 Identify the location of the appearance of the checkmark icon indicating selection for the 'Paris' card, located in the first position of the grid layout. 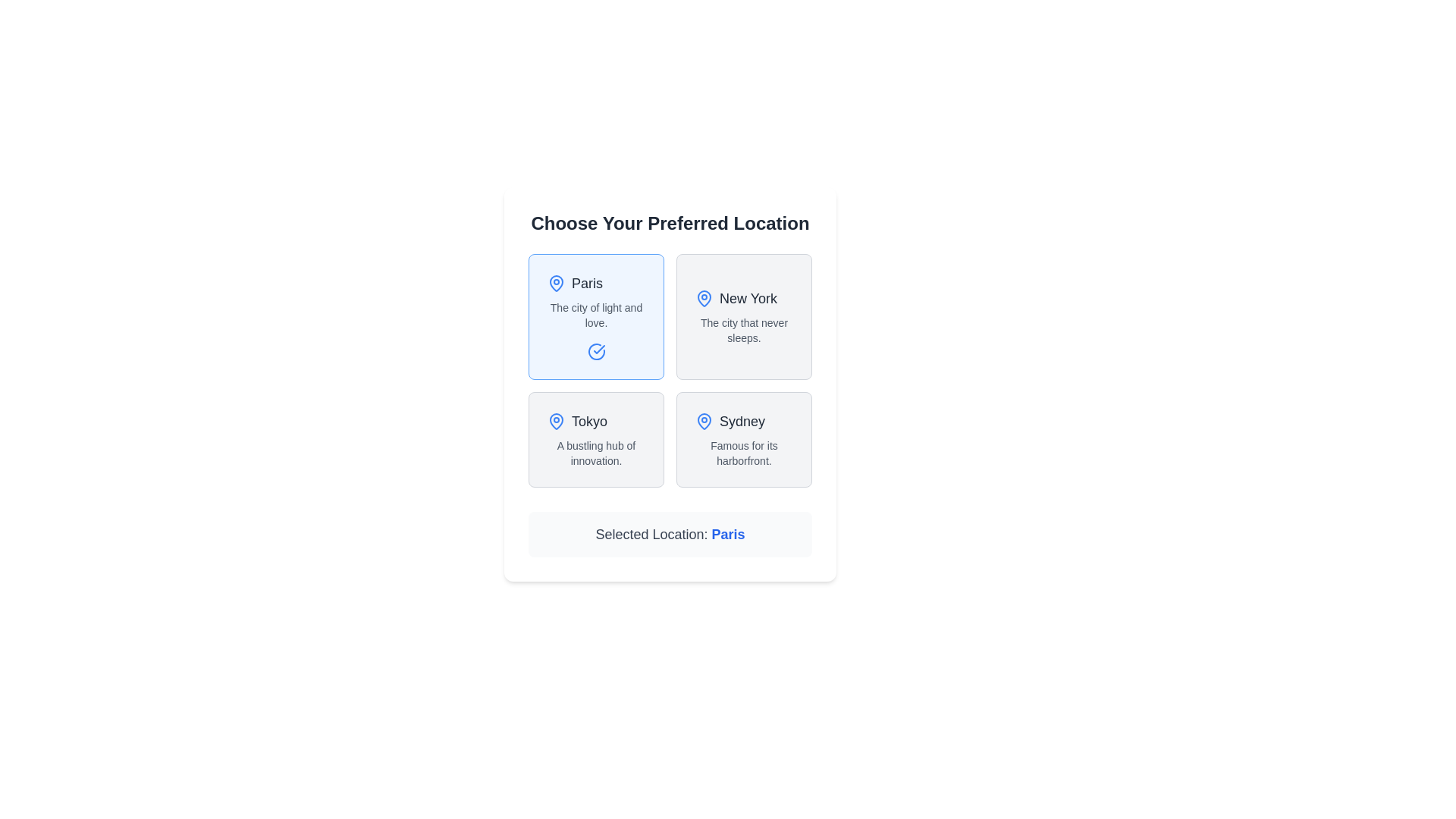
(598, 350).